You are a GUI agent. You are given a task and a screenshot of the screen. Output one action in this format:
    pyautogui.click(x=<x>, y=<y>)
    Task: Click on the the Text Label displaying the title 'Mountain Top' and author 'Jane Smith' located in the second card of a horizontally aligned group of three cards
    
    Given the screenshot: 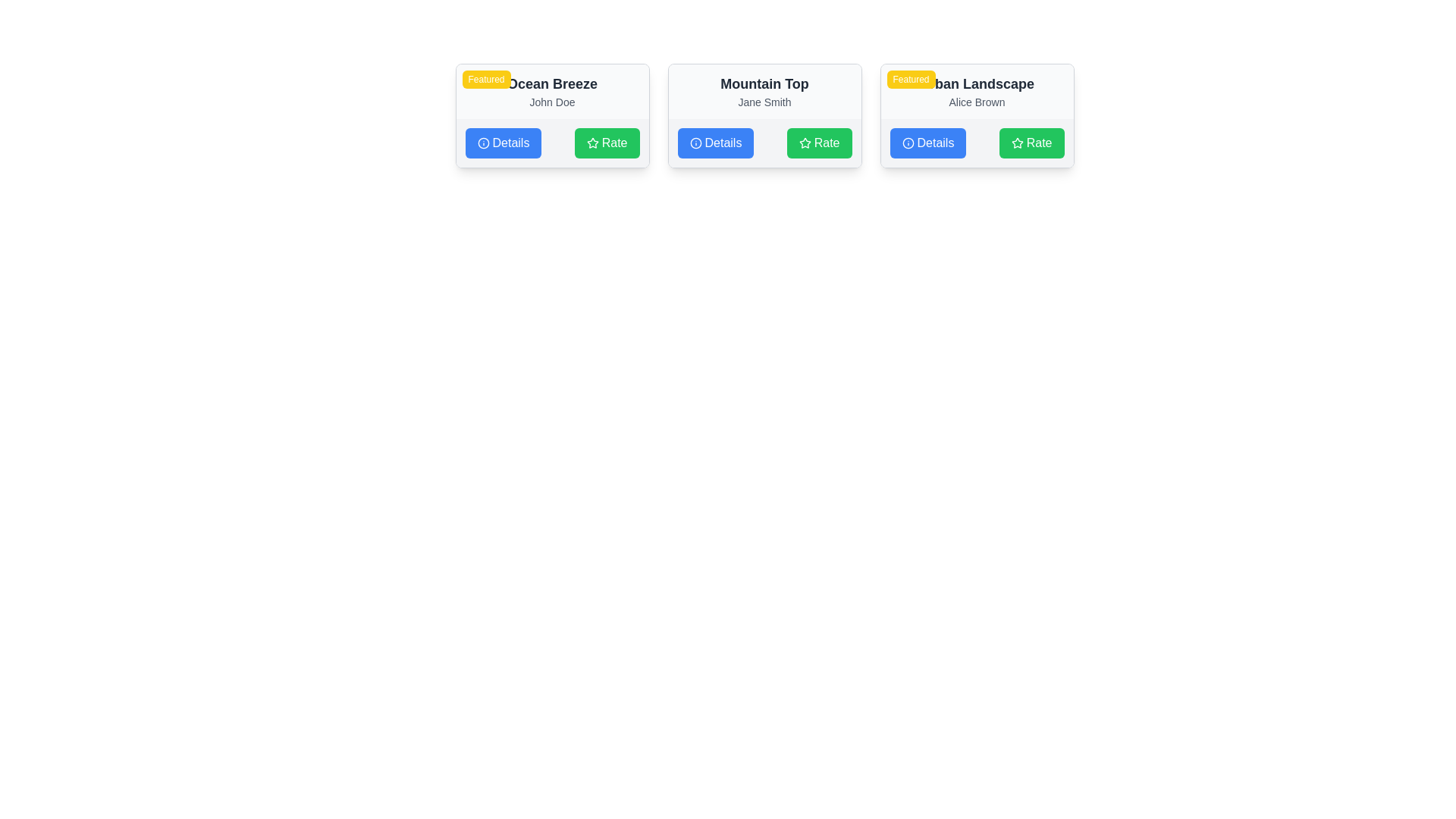 What is the action you would take?
    pyautogui.click(x=764, y=91)
    